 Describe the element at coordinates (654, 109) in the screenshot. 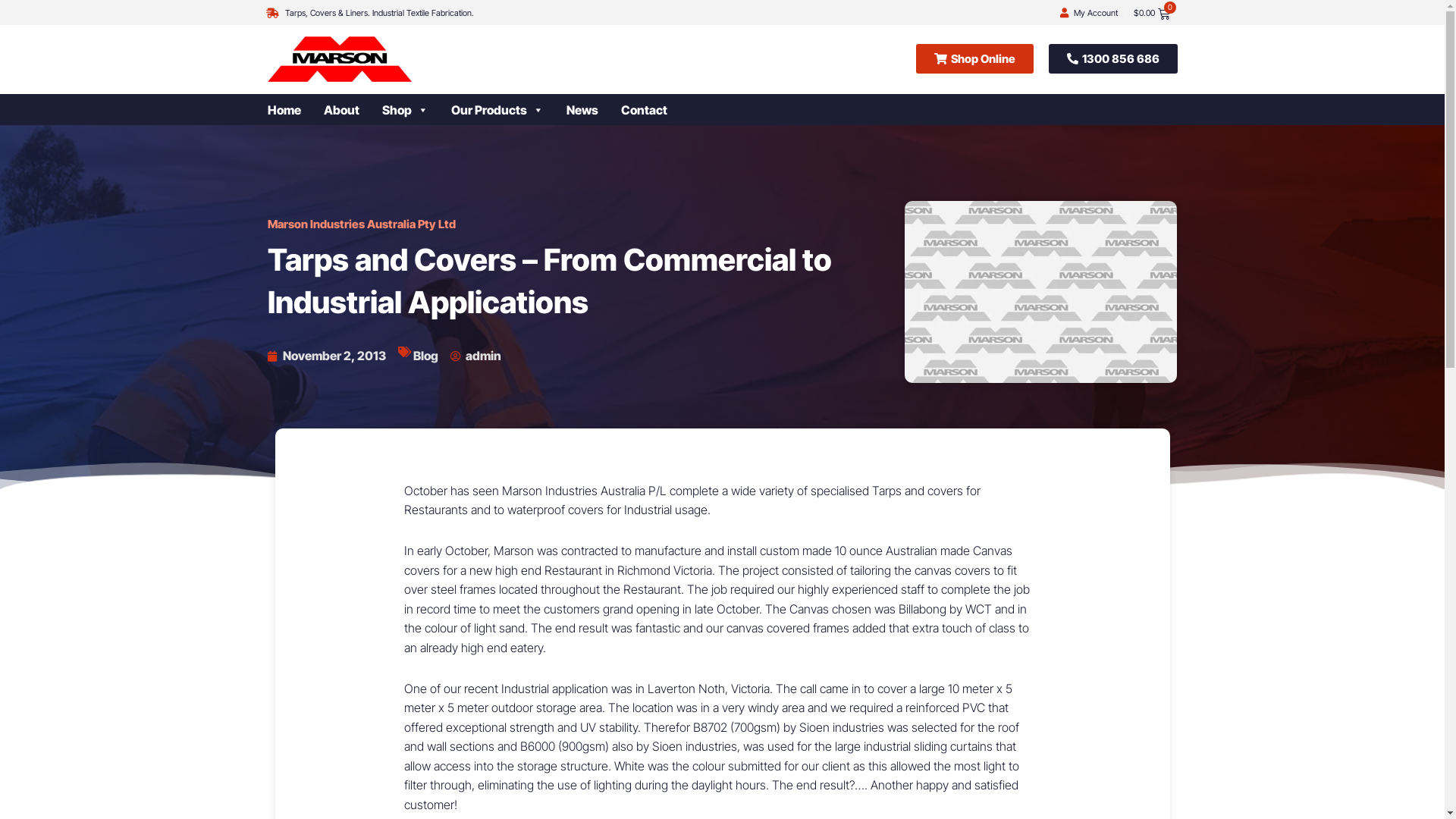

I see `'Contact'` at that location.